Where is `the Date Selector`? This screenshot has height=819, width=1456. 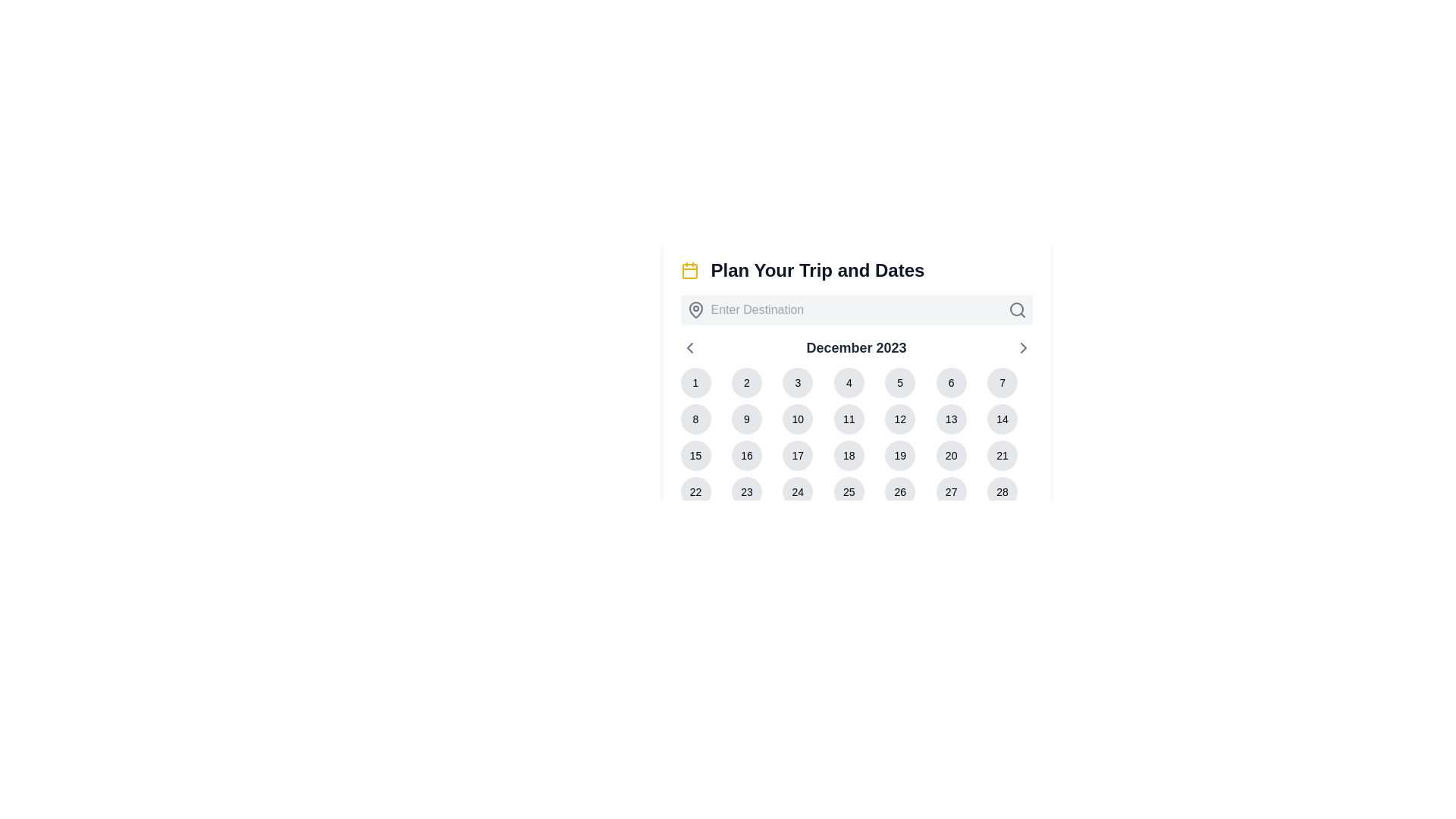 the Date Selector is located at coordinates (856, 361).